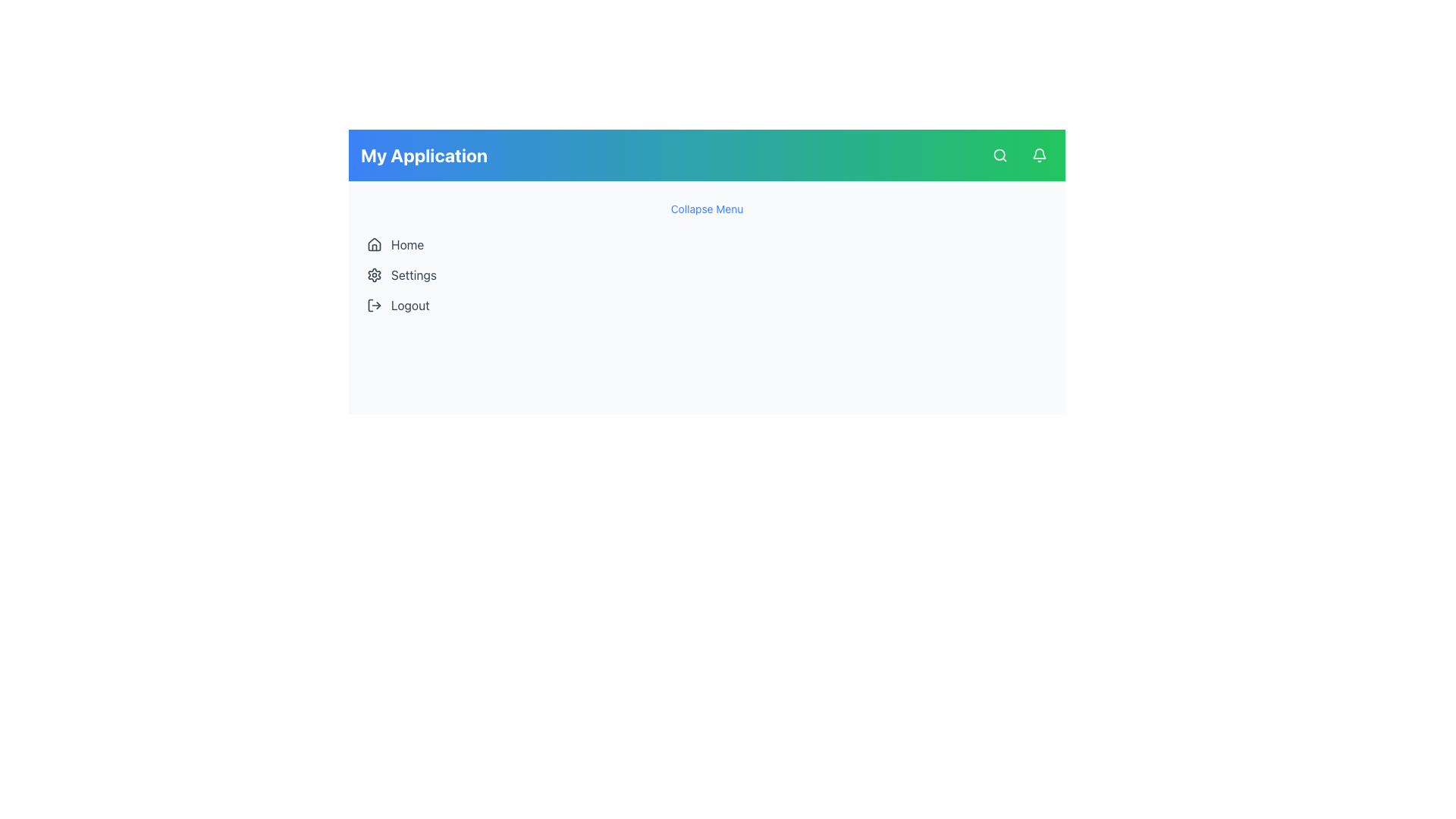 The image size is (1456, 819). I want to click on the notification button located horizontally in the layout, which is the second interactive element from the right side, so click(1039, 155).